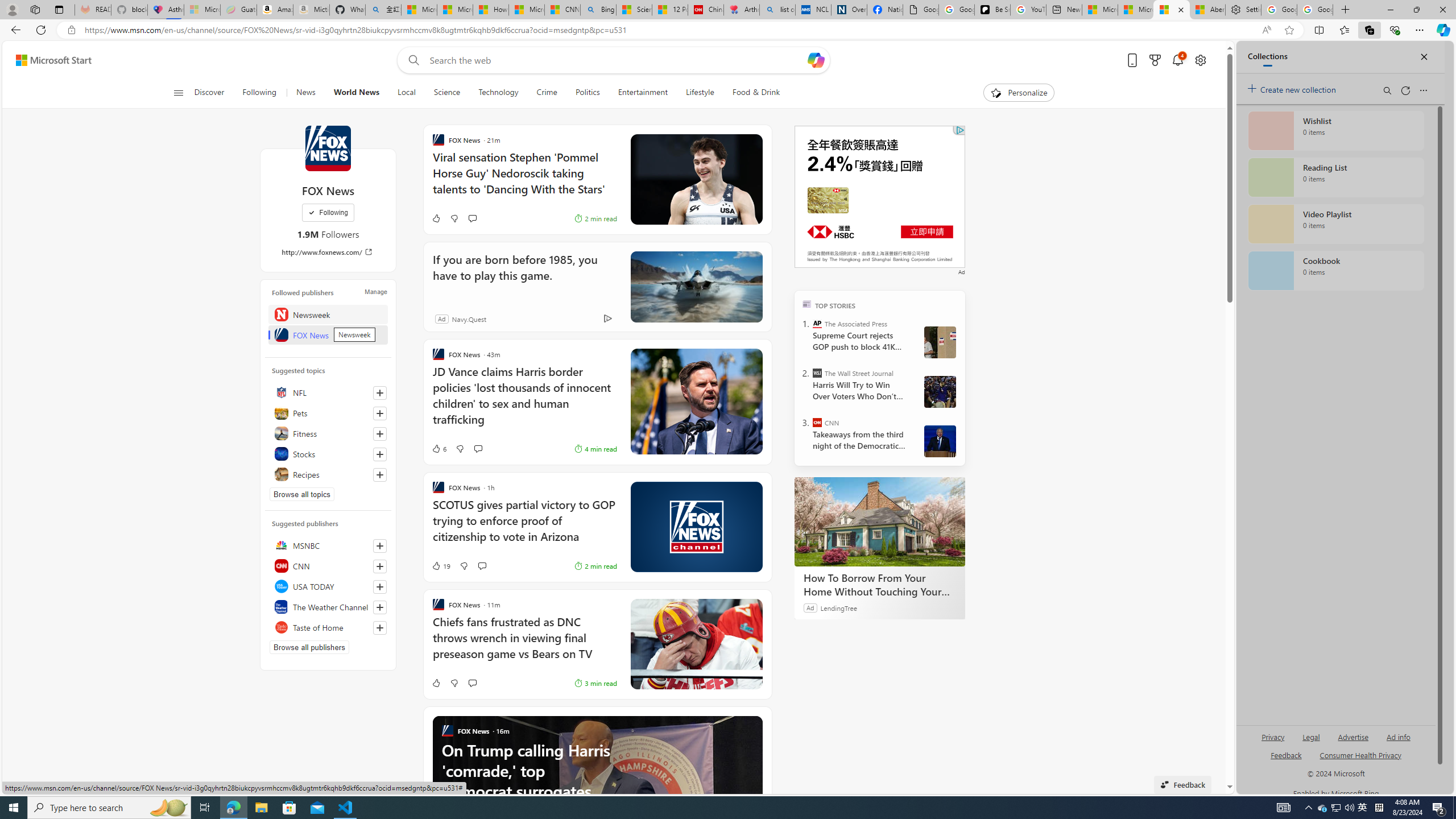  What do you see at coordinates (438, 448) in the screenshot?
I see `'6 Like'` at bounding box center [438, 448].